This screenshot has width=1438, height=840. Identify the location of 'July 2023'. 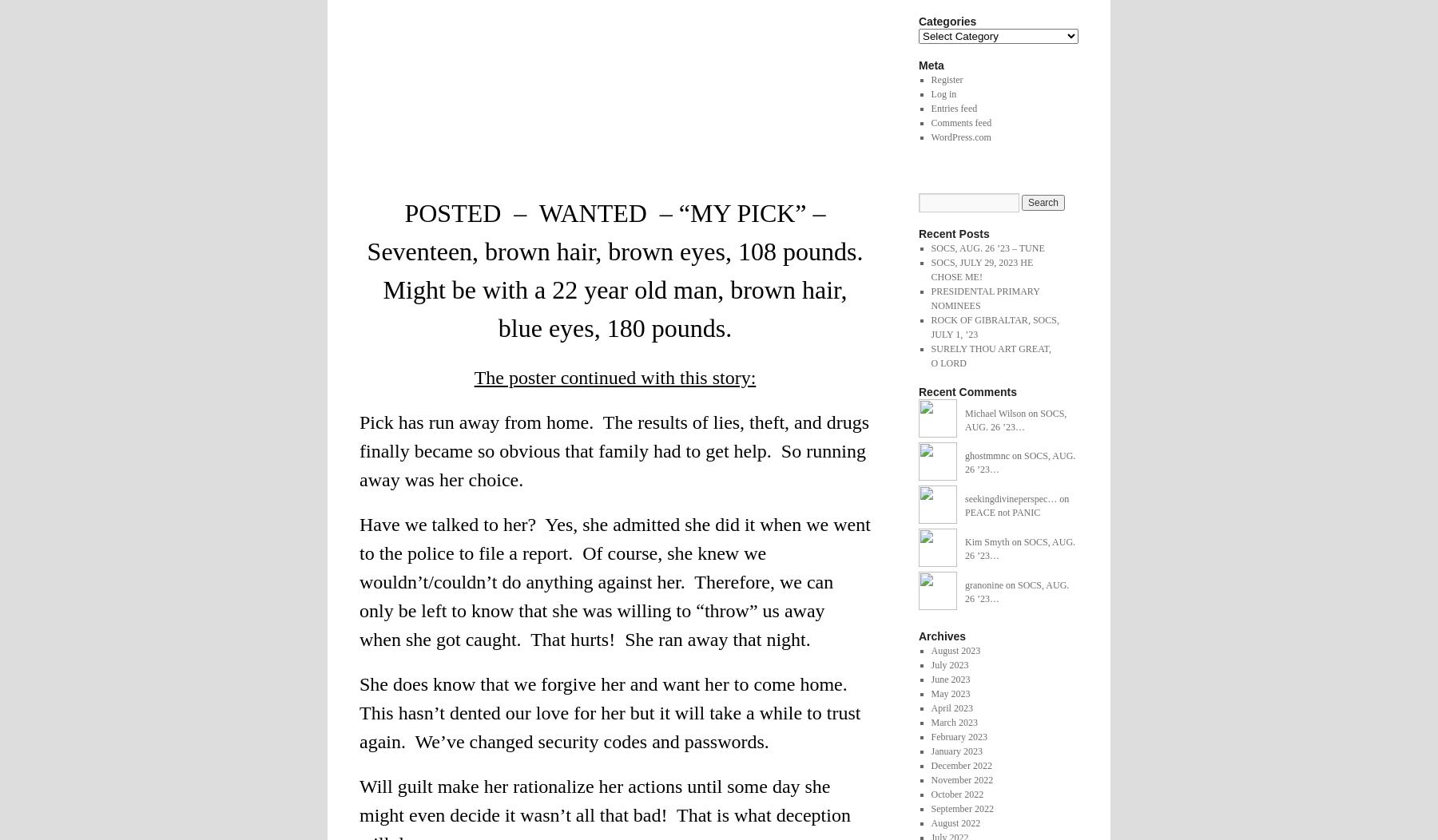
(948, 664).